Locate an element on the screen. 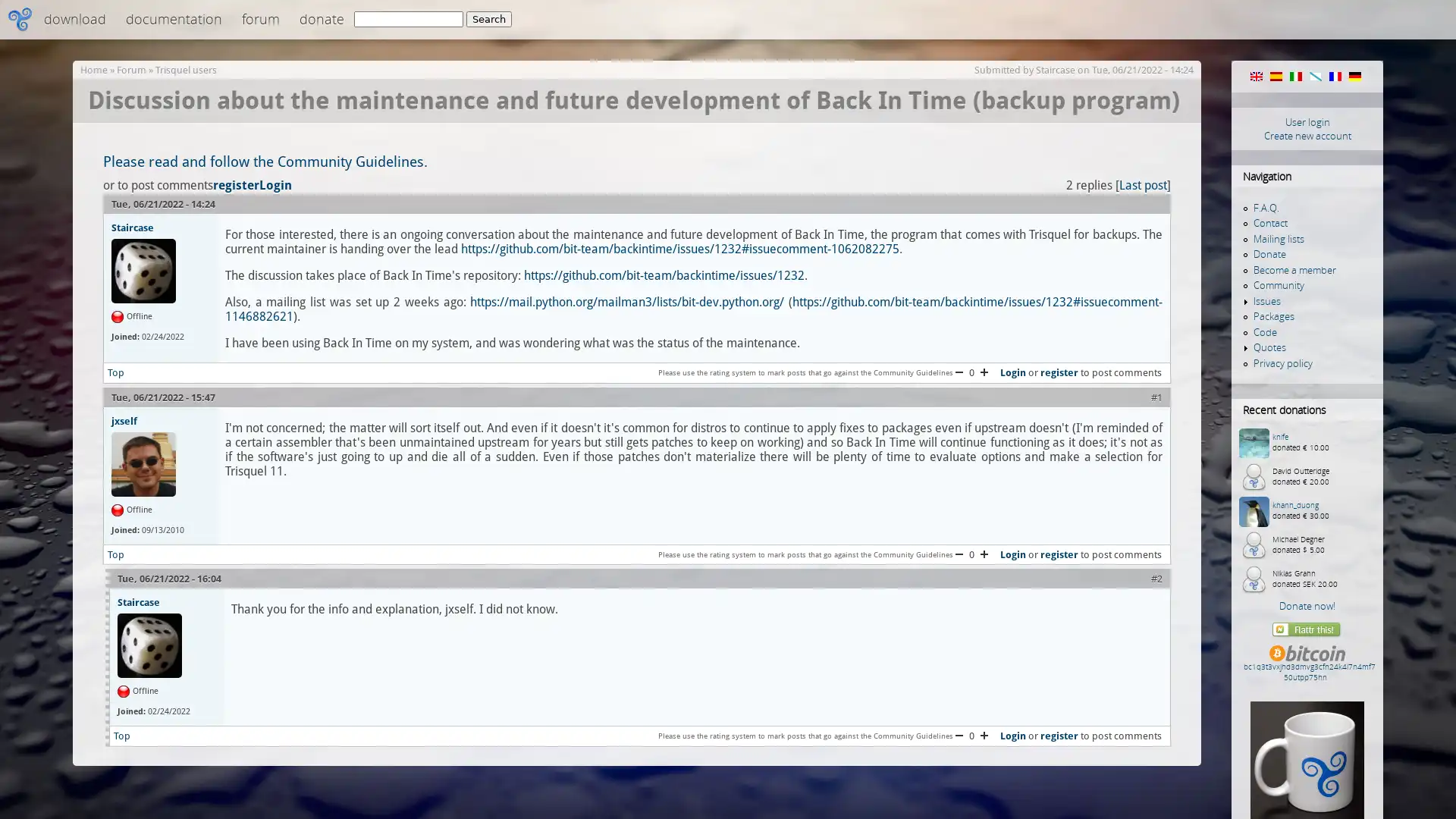  Search is located at coordinates (488, 19).